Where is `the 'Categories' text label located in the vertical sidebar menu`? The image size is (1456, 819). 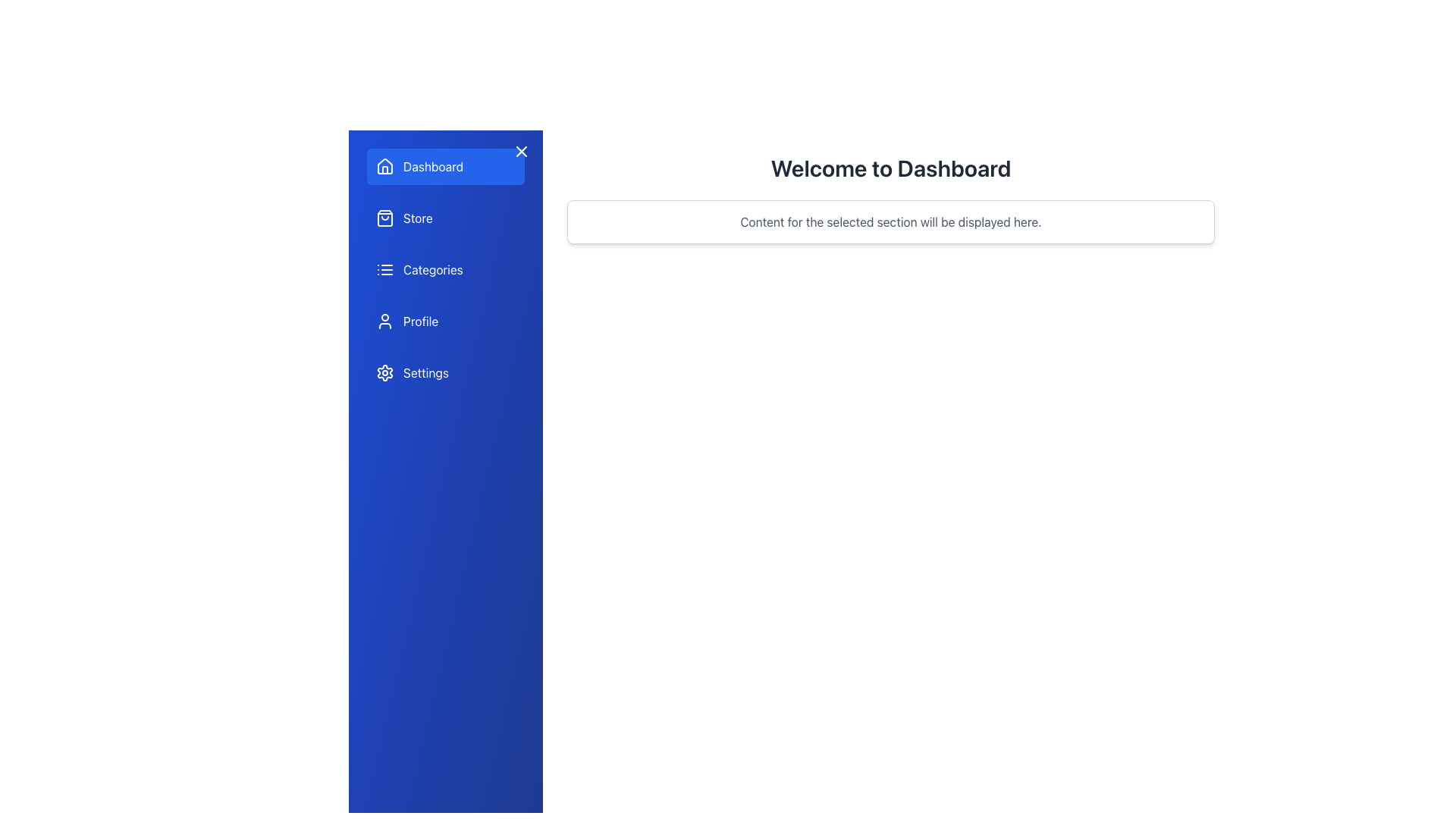
the 'Categories' text label located in the vertical sidebar menu is located at coordinates (432, 268).